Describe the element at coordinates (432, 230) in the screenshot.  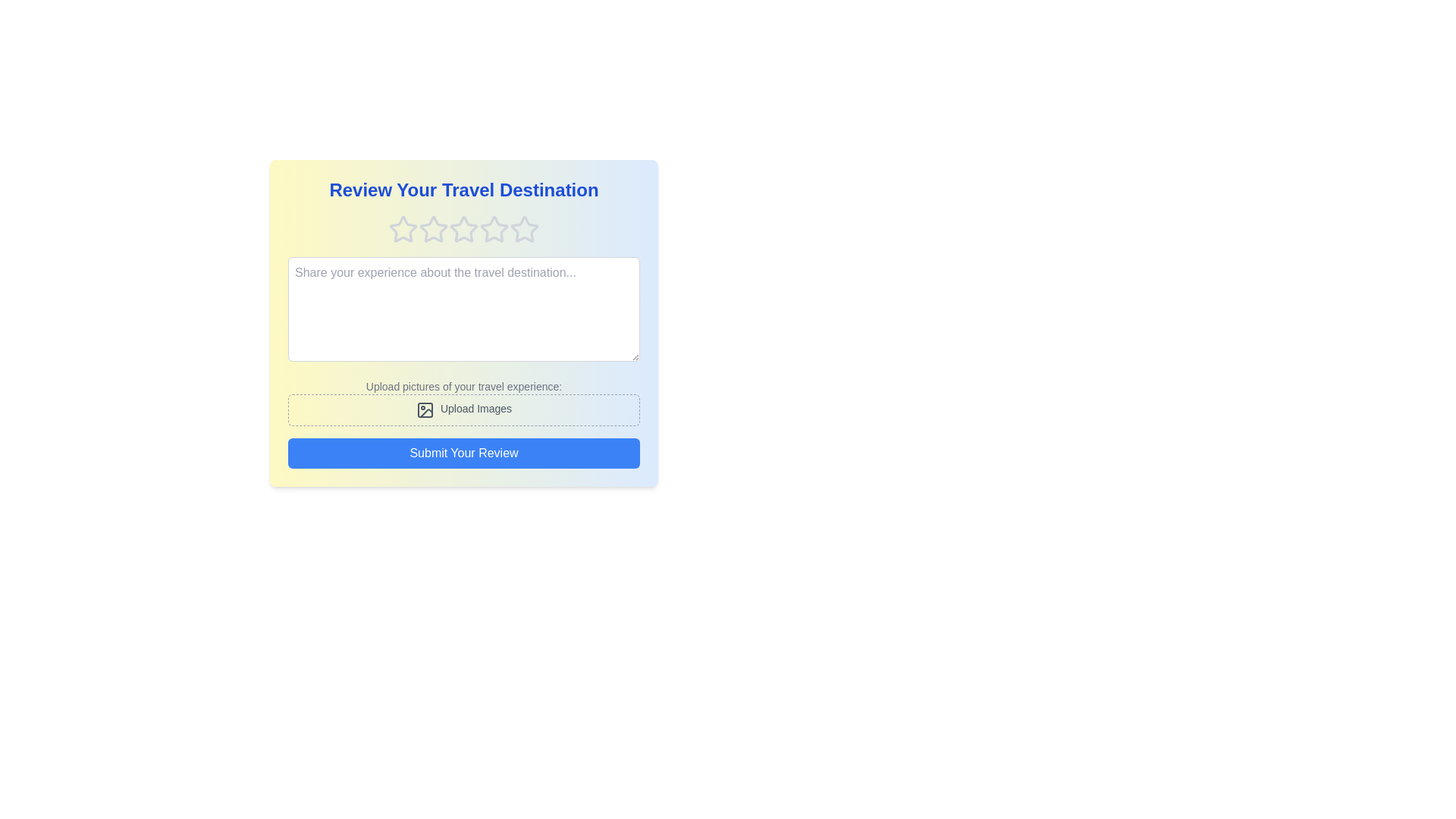
I see `the rating to 2 stars by clicking on the corresponding star icon` at that location.